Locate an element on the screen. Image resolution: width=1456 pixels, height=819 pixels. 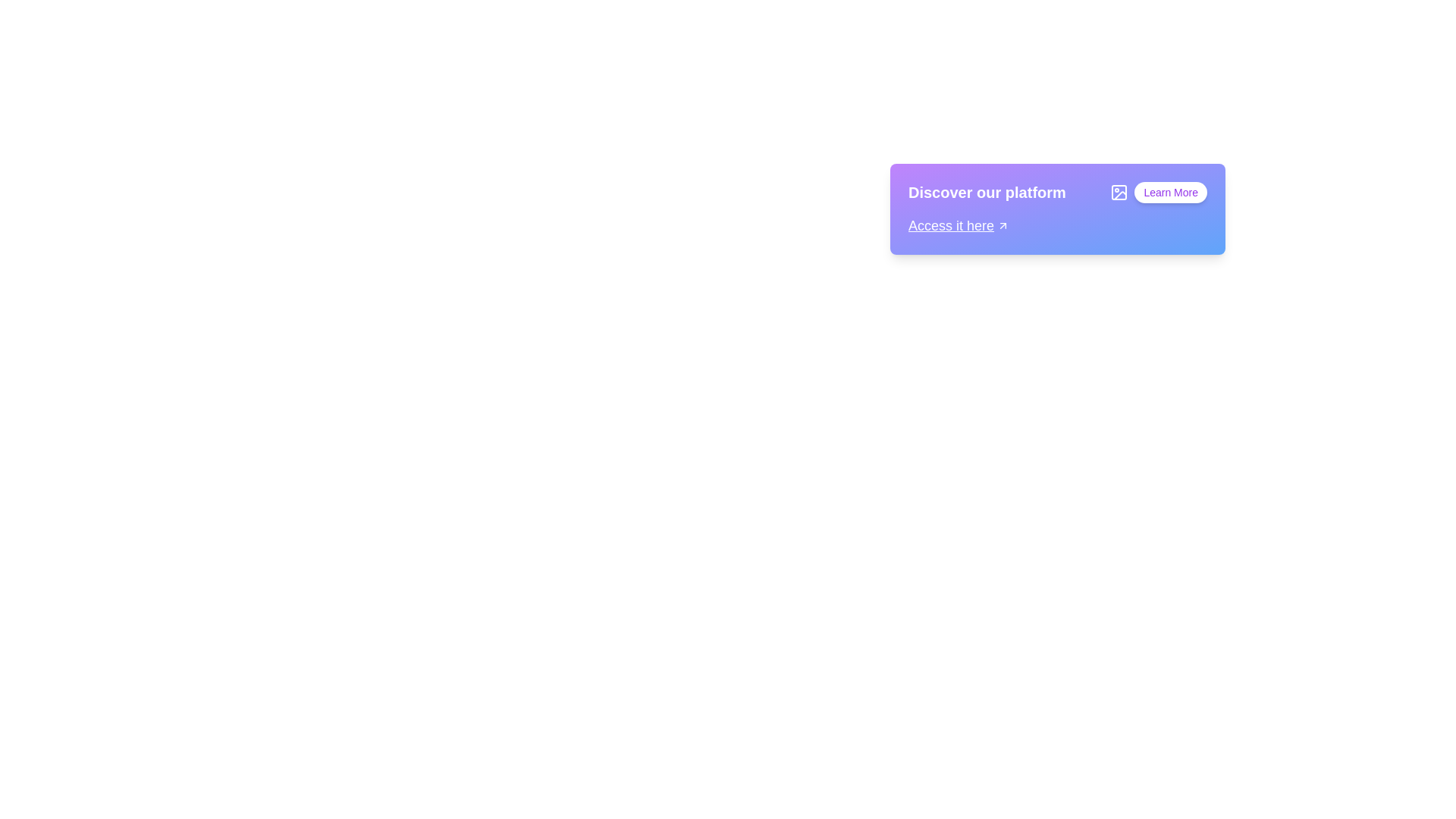
the upward diagonal arrow icon located to the right of the text 'Access it here' in the hyperlink is located at coordinates (1003, 225).